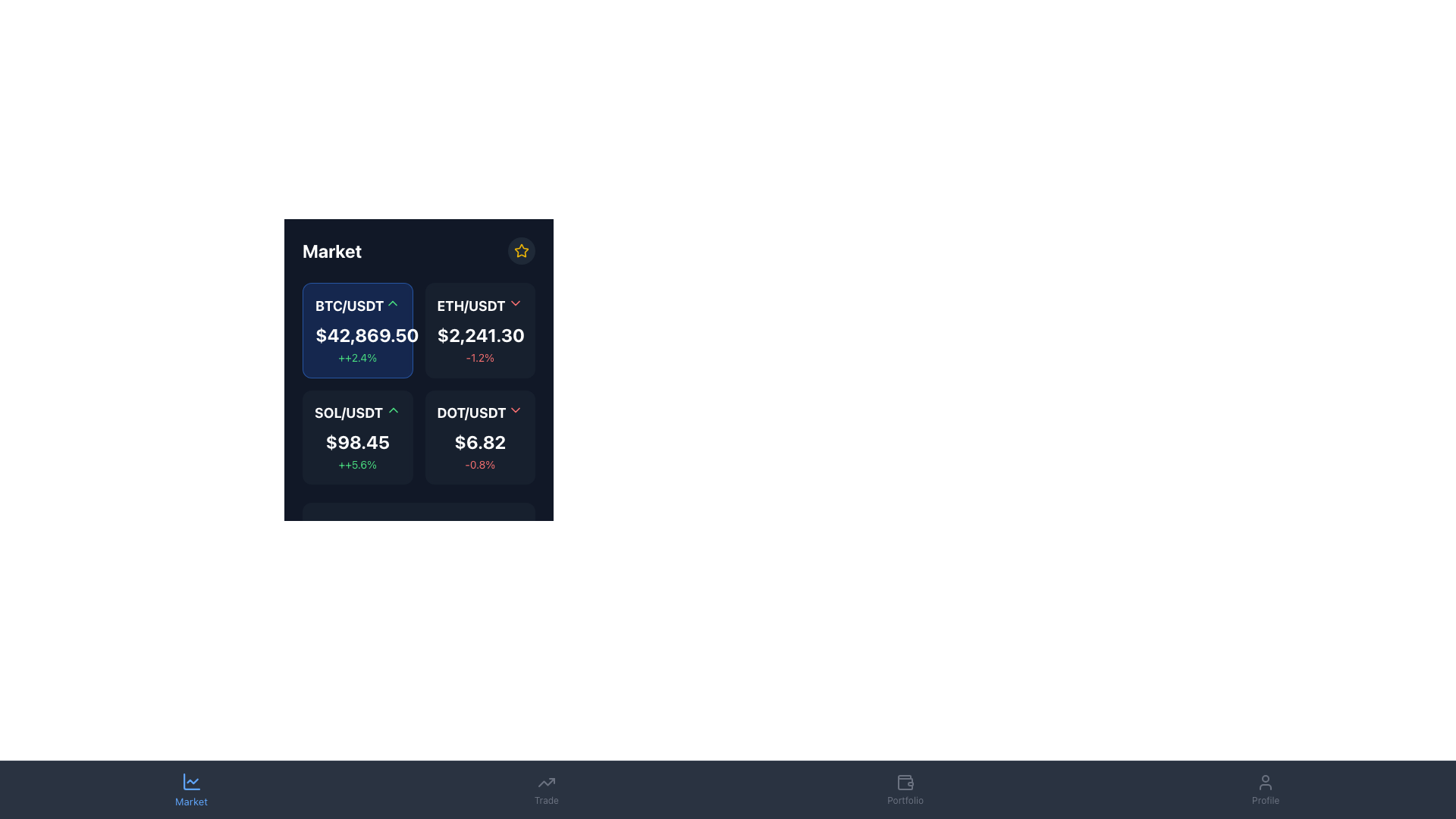 This screenshot has height=819, width=1456. I want to click on the chevron icon located in the 'ETH/USDT' section at the top-right corner of the card, which indicates additional details or options, so click(516, 303).